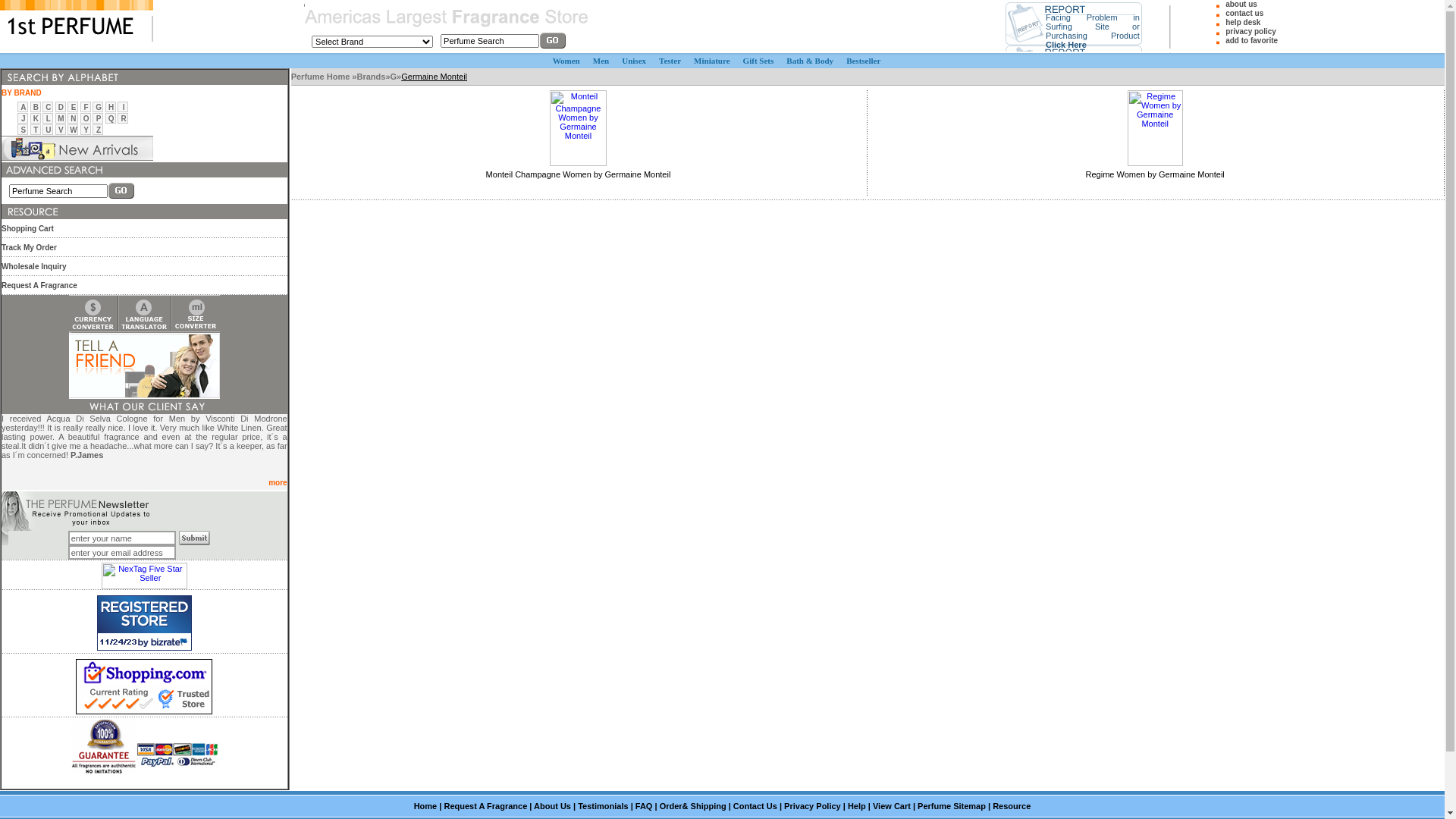 The width and height of the screenshot is (1456, 819). I want to click on 'spa scents', so click(291, 85).